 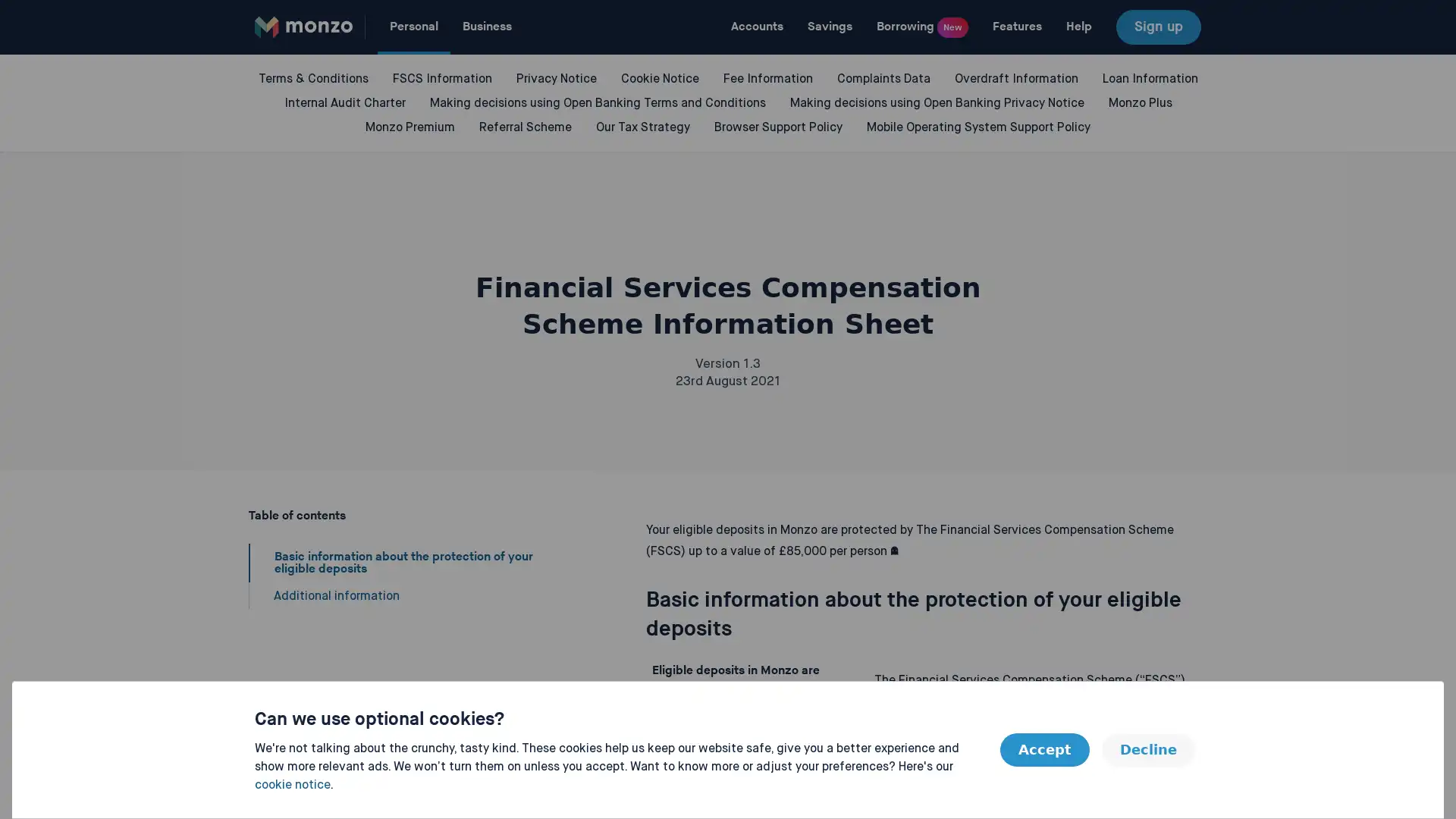 I want to click on Decline, so click(x=1148, y=748).